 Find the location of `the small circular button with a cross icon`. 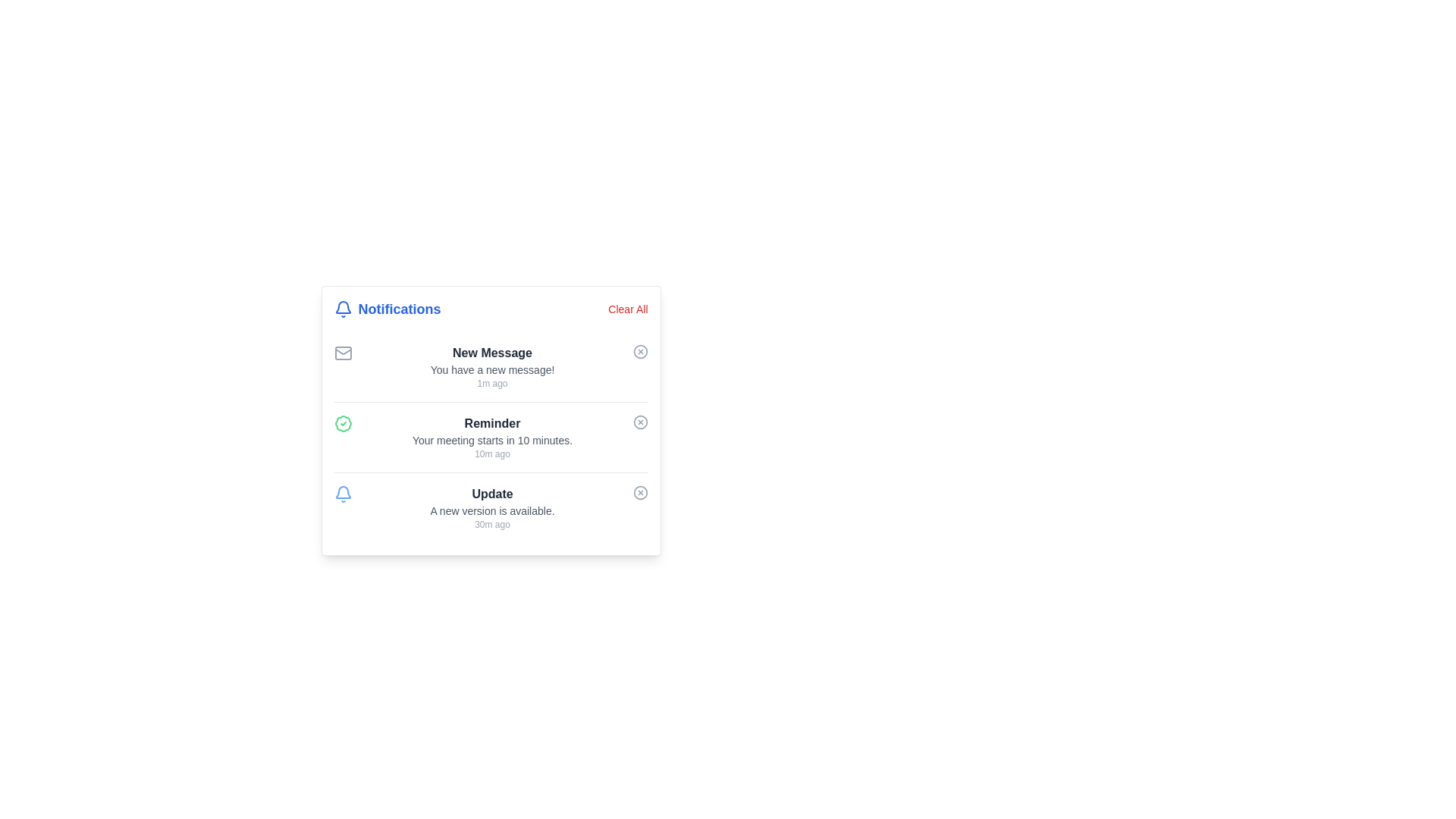

the small circular button with a cross icon is located at coordinates (640, 422).